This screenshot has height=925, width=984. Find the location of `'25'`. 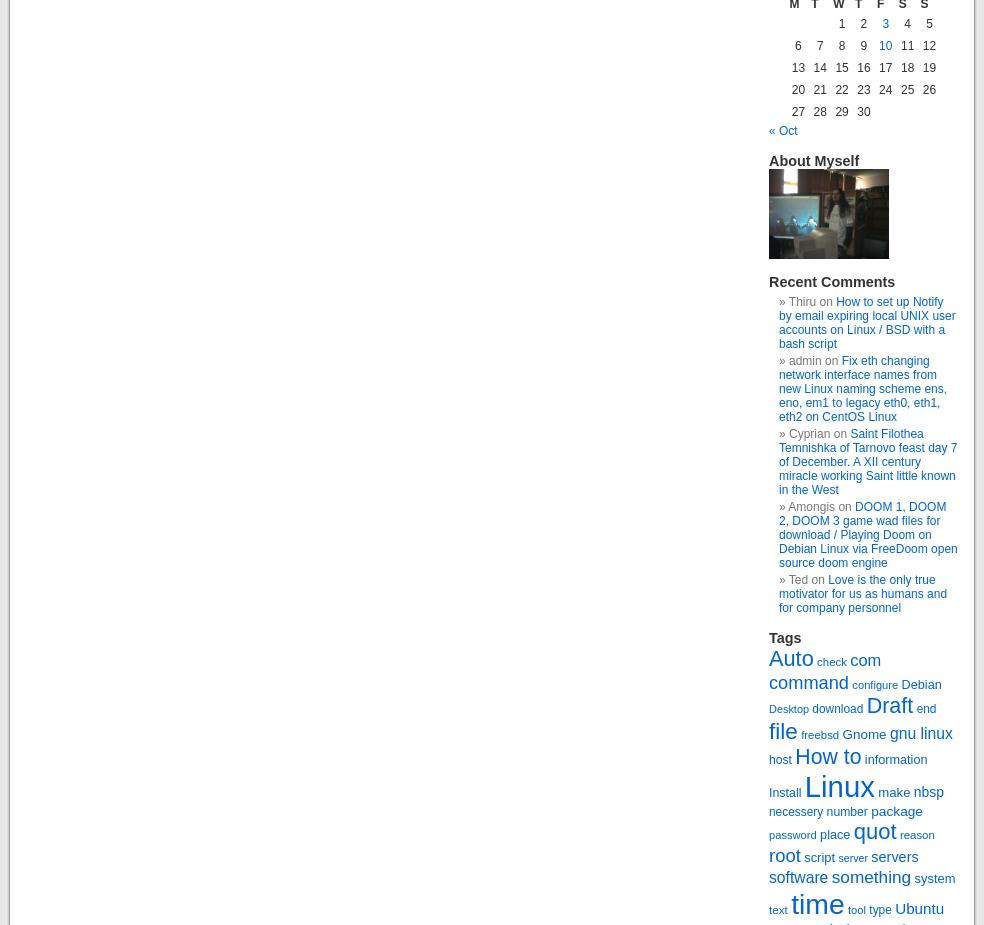

'25' is located at coordinates (906, 89).